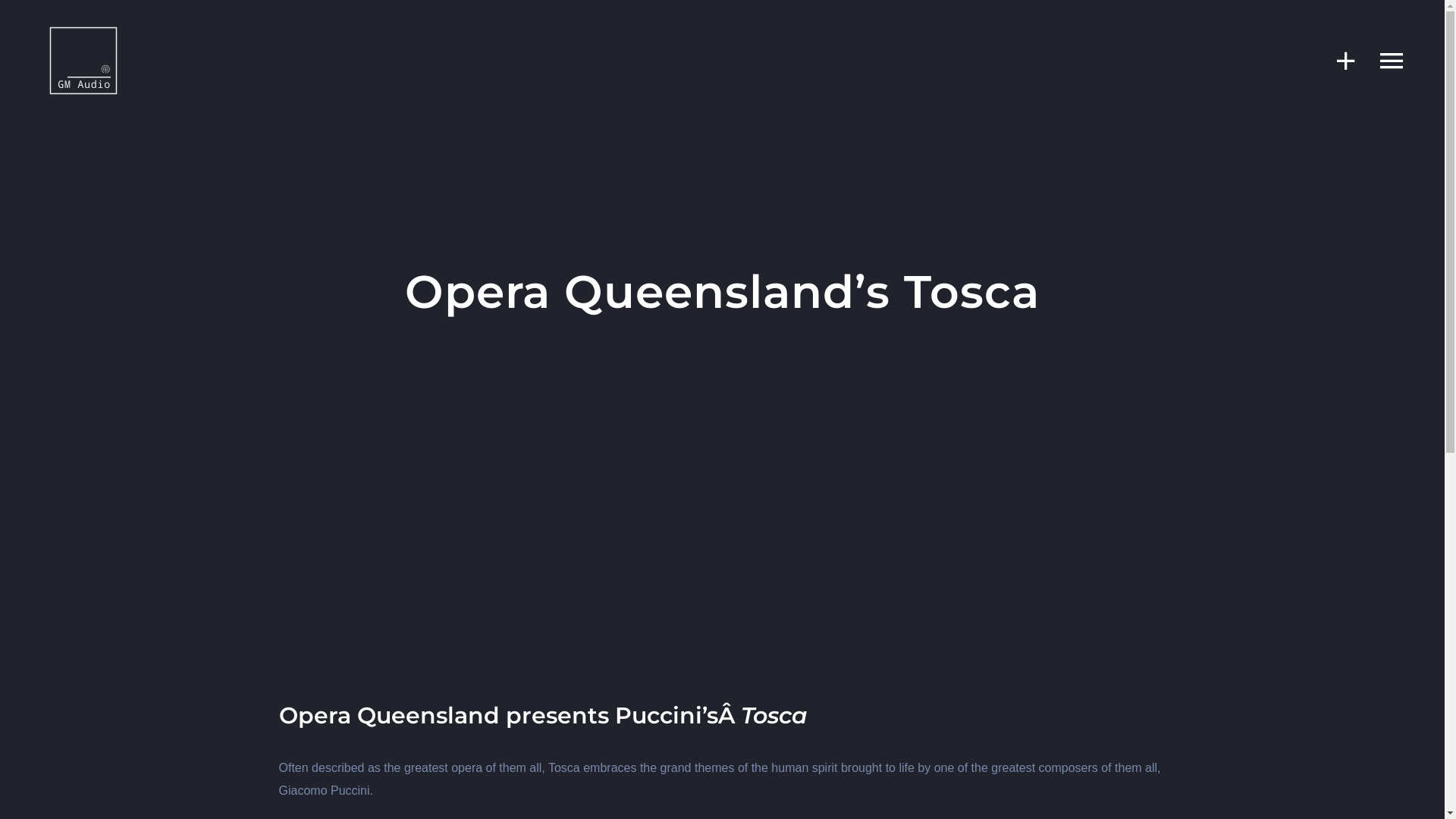  What do you see at coordinates (1314, 59) in the screenshot?
I see `'Toggle Sliding Bar'` at bounding box center [1314, 59].